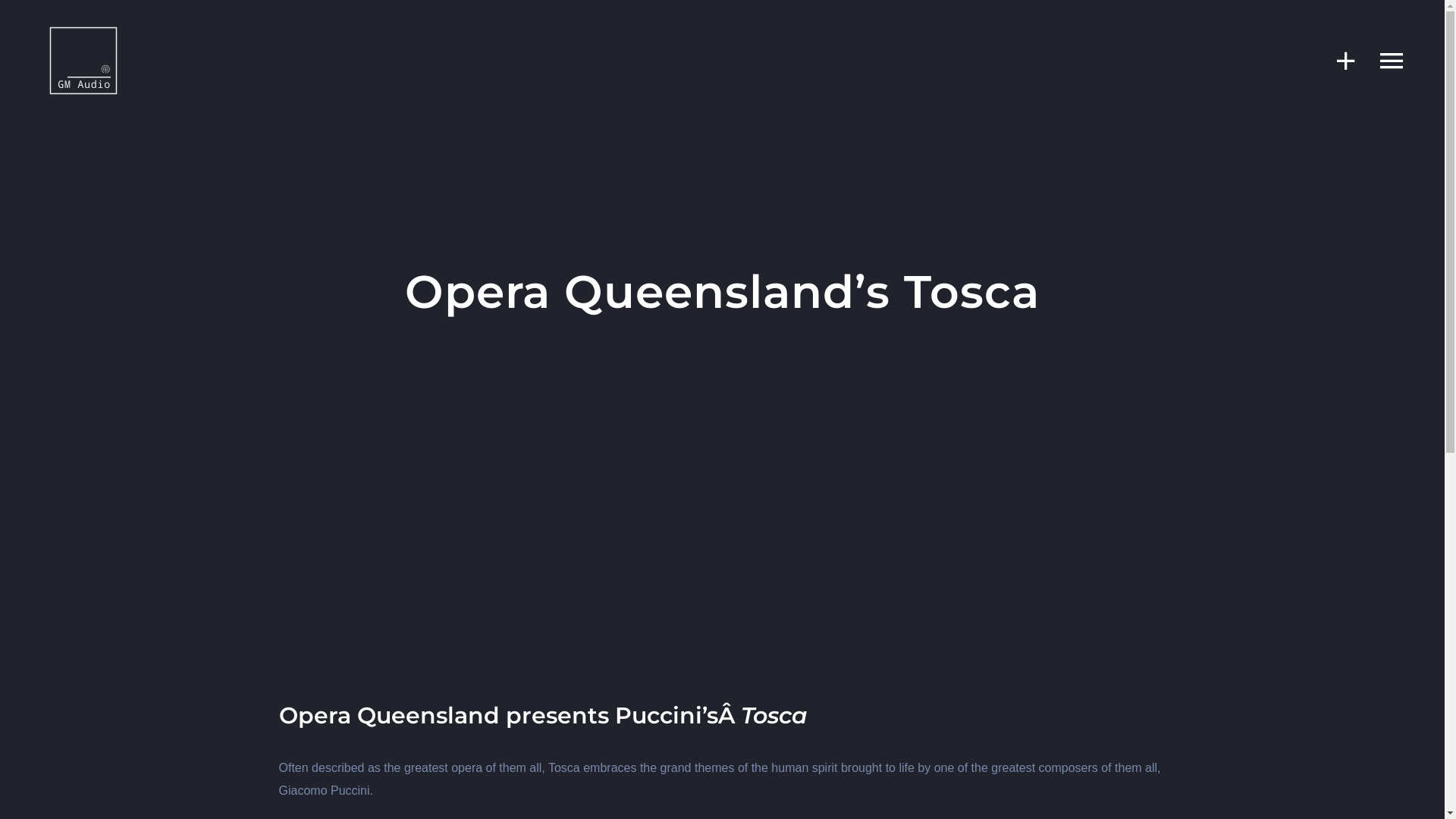  What do you see at coordinates (1314, 59) in the screenshot?
I see `'Toggle Sliding Bar'` at bounding box center [1314, 59].